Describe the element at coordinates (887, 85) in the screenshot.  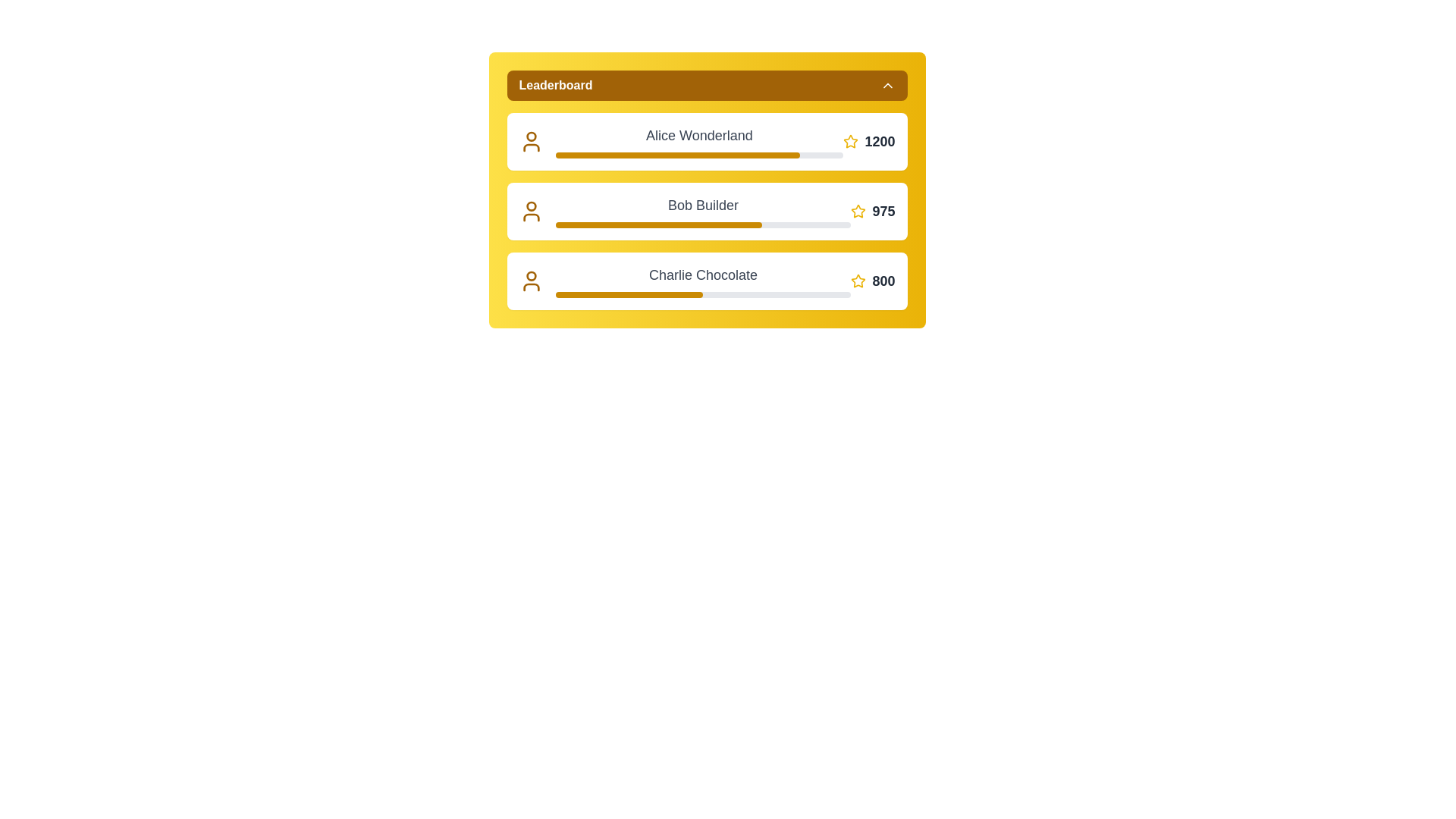
I see `the small upward-pointing arrow icon located to the right of the 'Leaderboard' header` at that location.